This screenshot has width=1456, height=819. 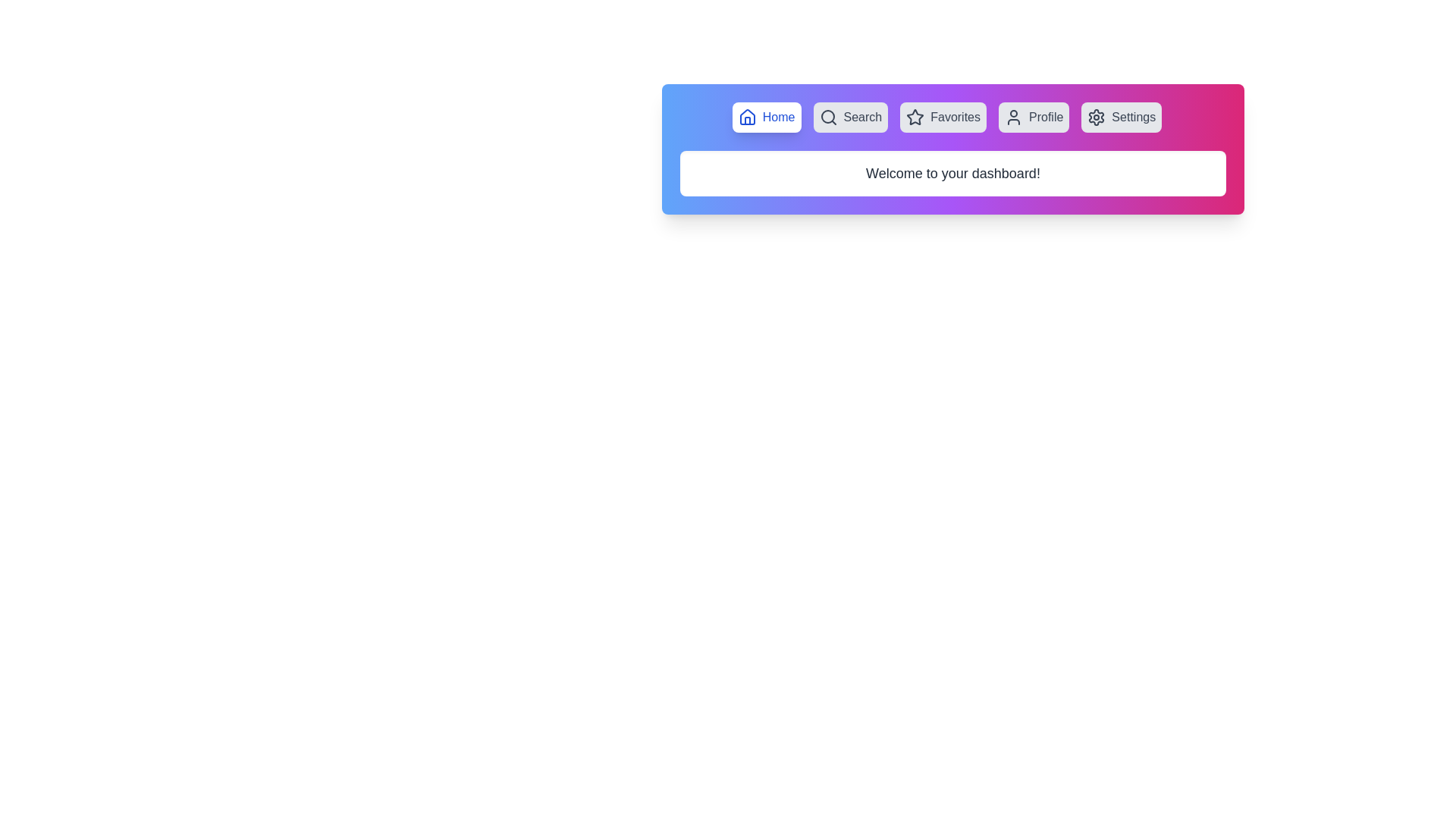 I want to click on the 'Settings' button, which is a rectangular button with a gear icon and dark gray text located on the right side of the navigation bar, so click(x=1122, y=116).